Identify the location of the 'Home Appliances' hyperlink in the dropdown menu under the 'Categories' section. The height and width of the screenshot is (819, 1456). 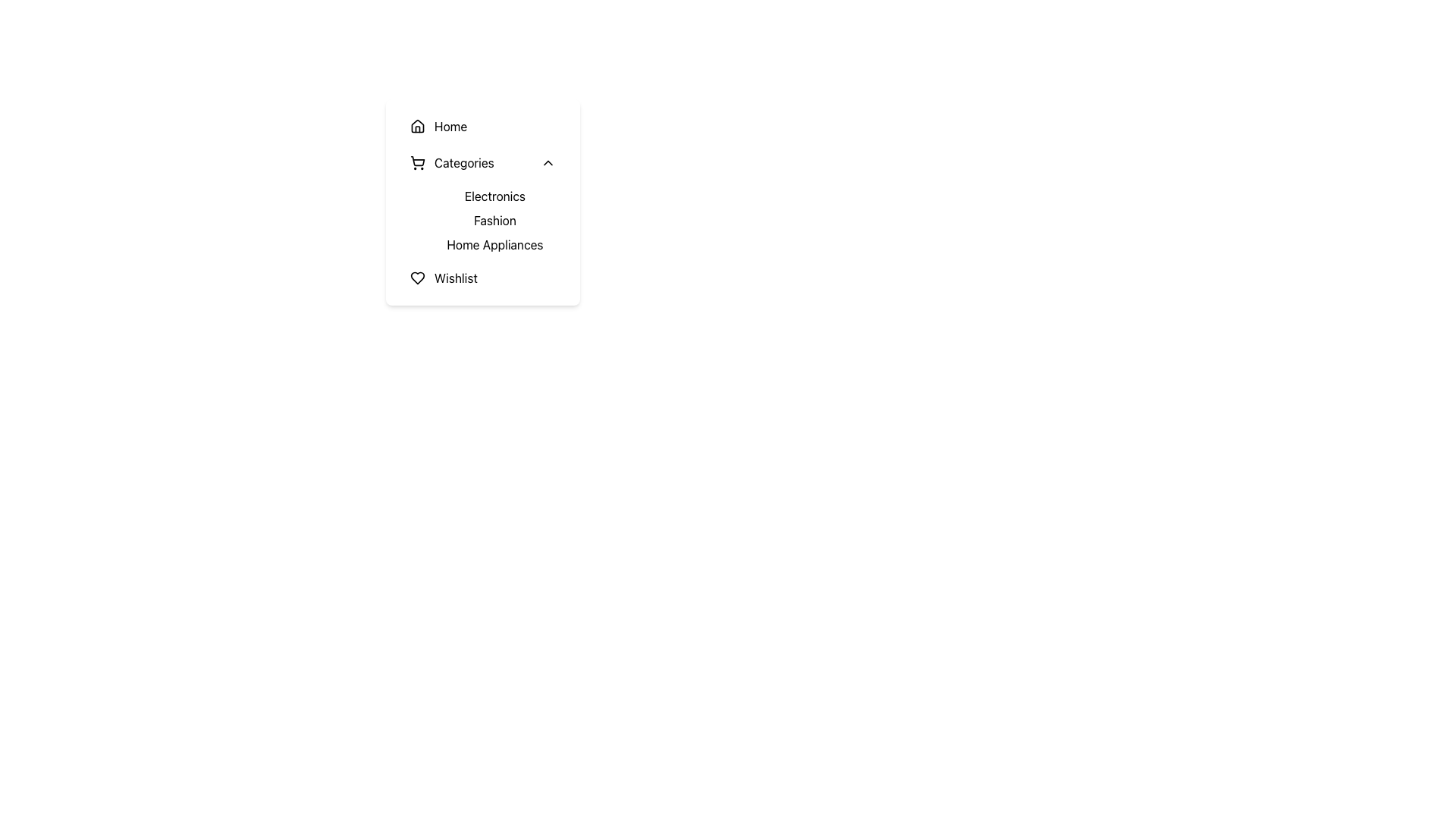
(494, 244).